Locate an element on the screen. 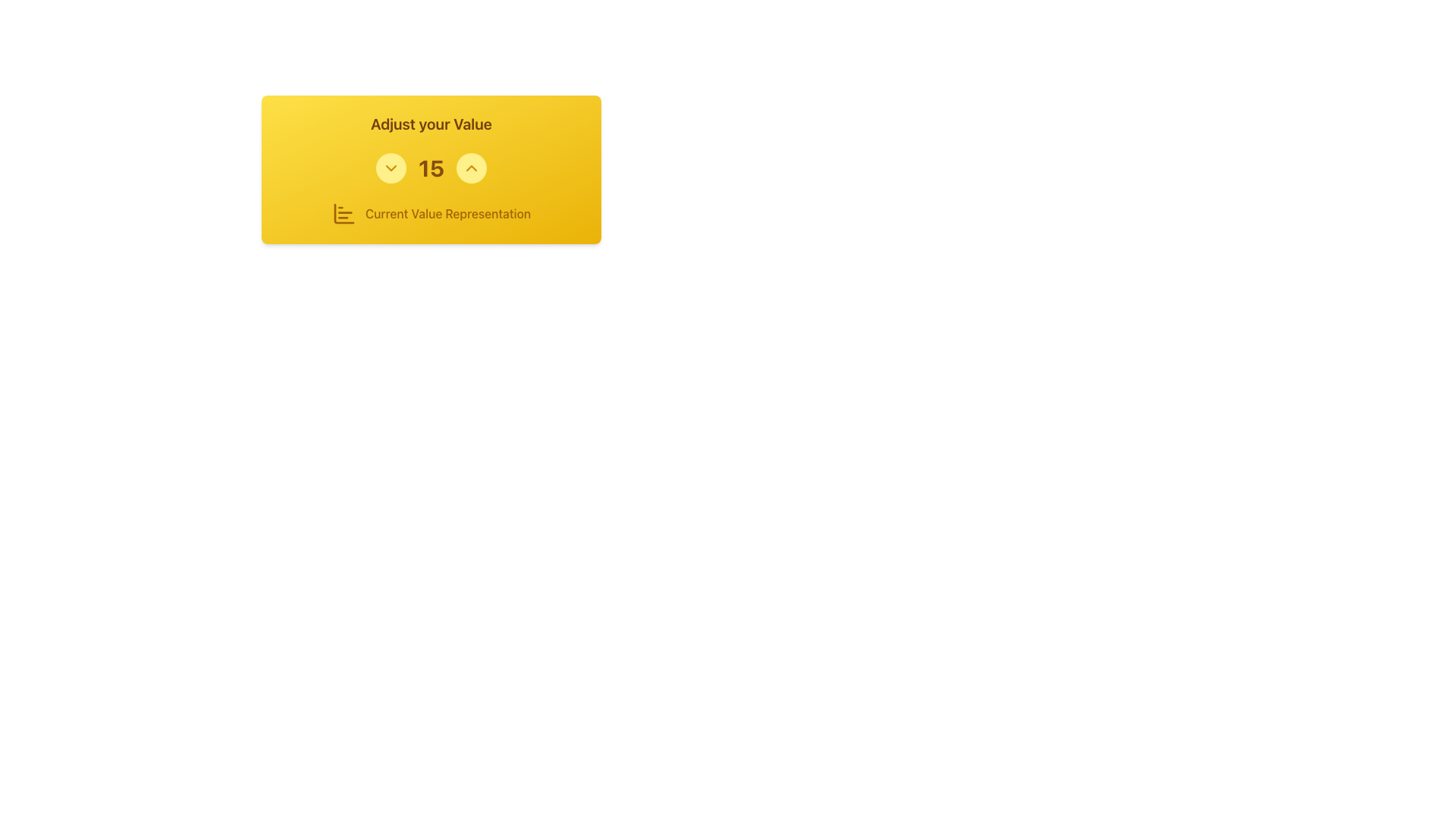 The height and width of the screenshot is (819, 1456). the circular yellow button with a chevron-up arrow icon, located to the right of the '15' numerical value indicator is located at coordinates (470, 168).